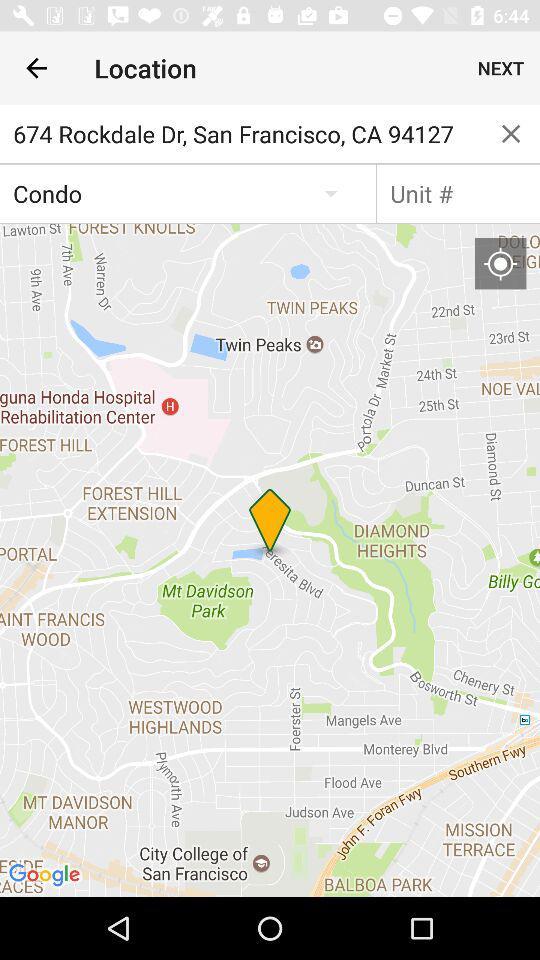 The width and height of the screenshot is (540, 960). Describe the element at coordinates (500, 68) in the screenshot. I see `the icon next to the location item` at that location.